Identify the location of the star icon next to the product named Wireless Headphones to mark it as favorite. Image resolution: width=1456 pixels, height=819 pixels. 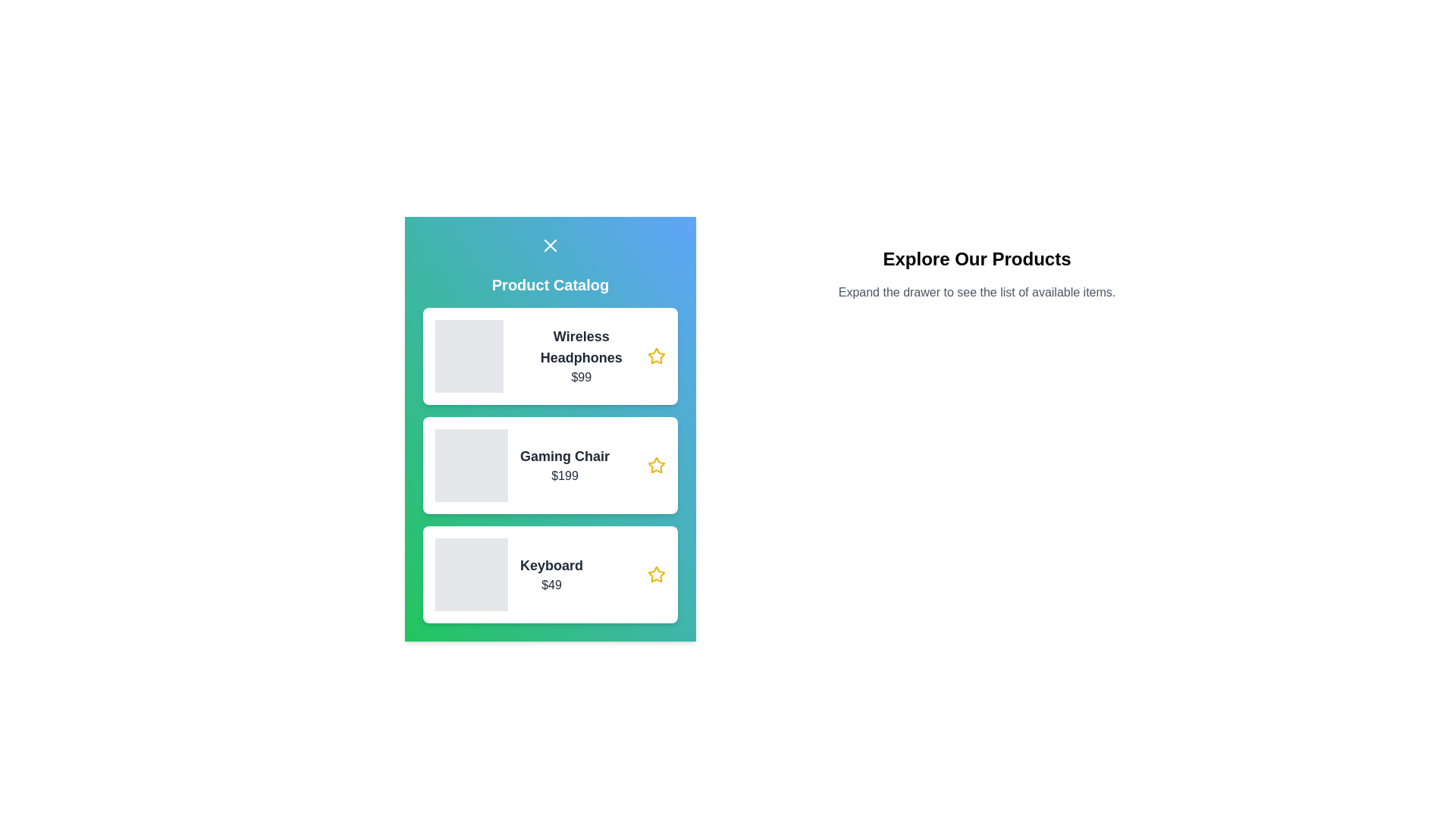
(656, 356).